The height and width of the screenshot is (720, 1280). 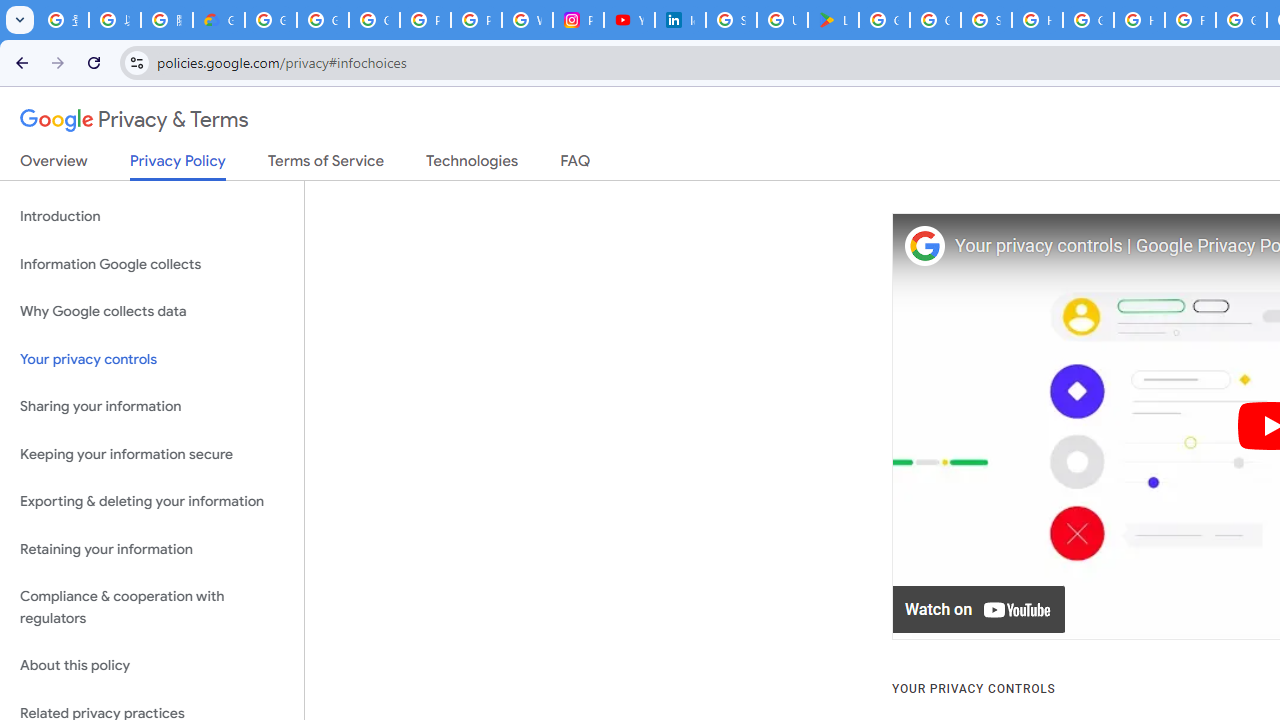 I want to click on 'YouTube Culture & Trends - On The Rise: Handcam Videos', so click(x=628, y=20).